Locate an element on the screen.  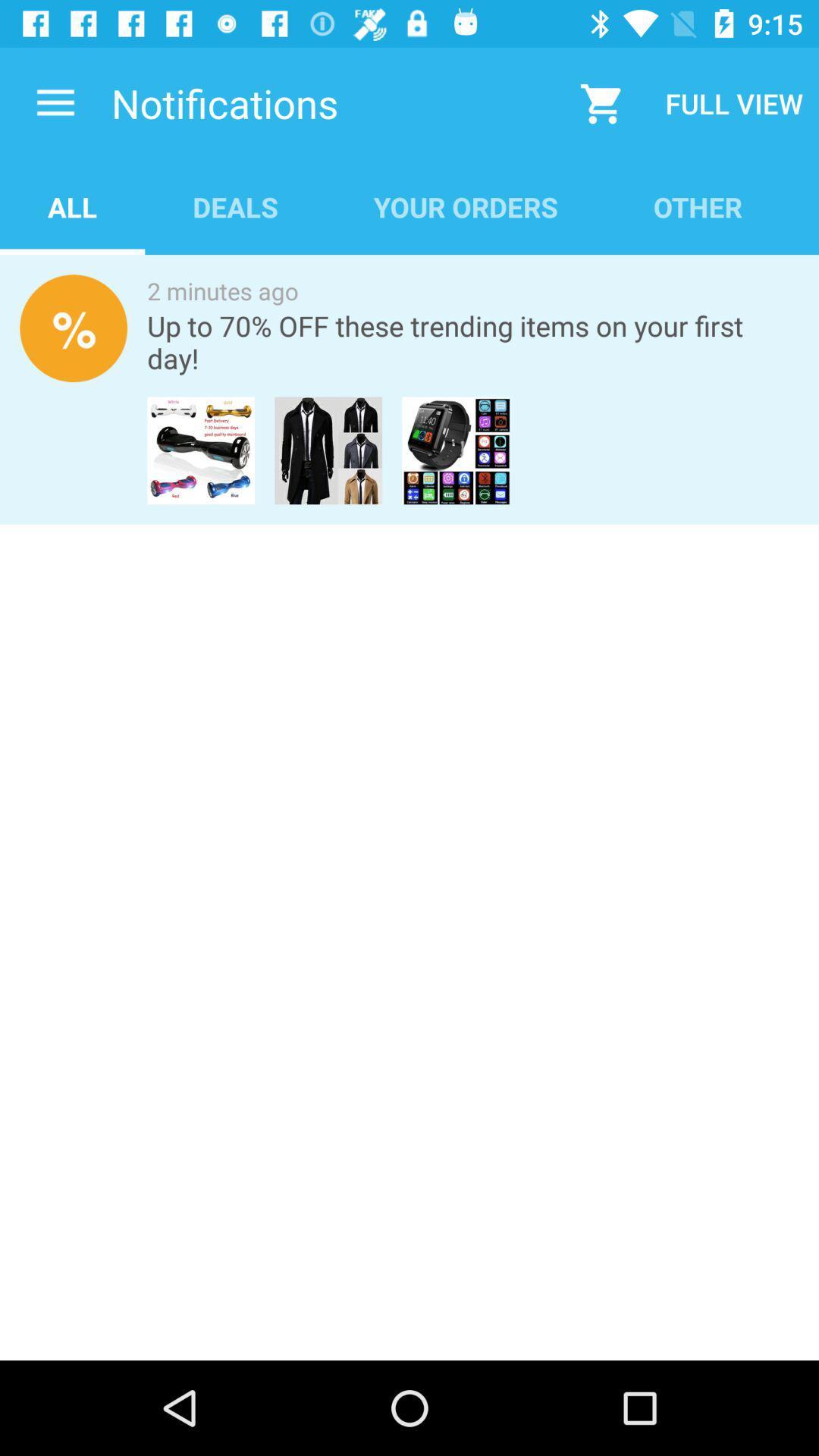
the icon above the other app is located at coordinates (733, 102).